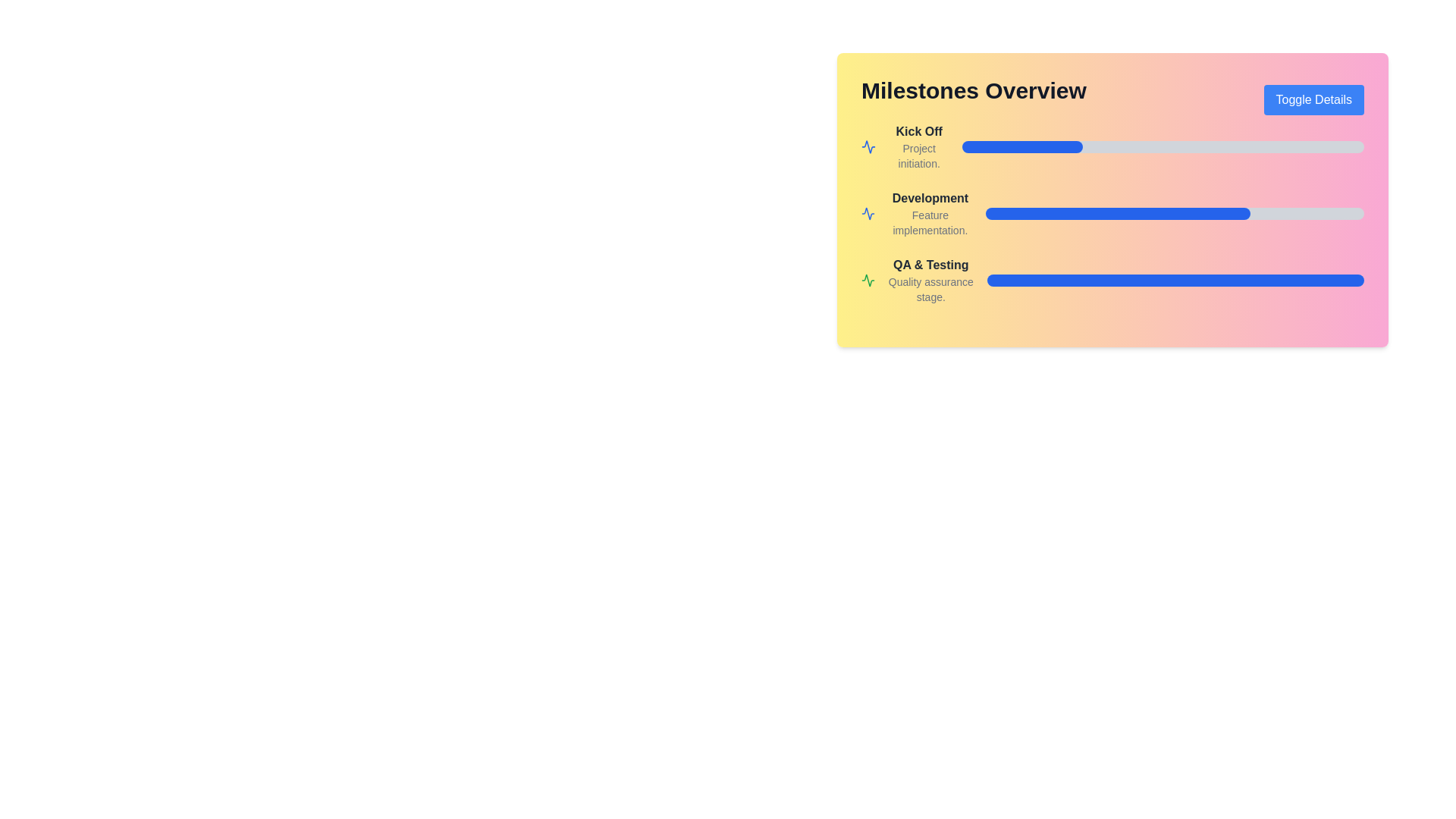  I want to click on the blue rounded progress bar segment, which is the filled portion of the progress bar under the 'Kick Off' label in the 'Milestones Overview' section, so click(1022, 146).